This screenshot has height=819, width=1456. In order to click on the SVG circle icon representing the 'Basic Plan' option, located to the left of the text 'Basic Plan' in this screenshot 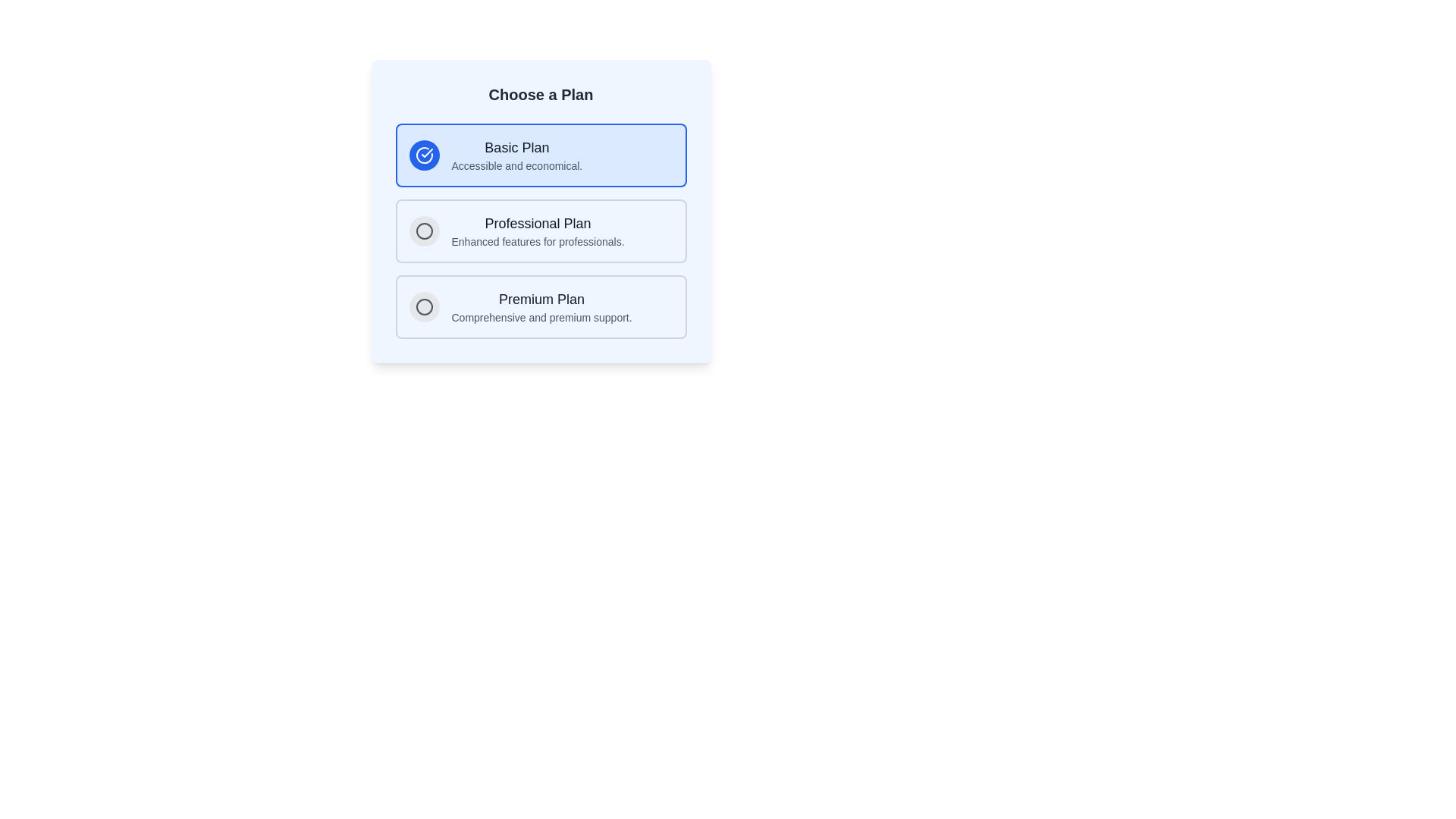, I will do `click(424, 307)`.